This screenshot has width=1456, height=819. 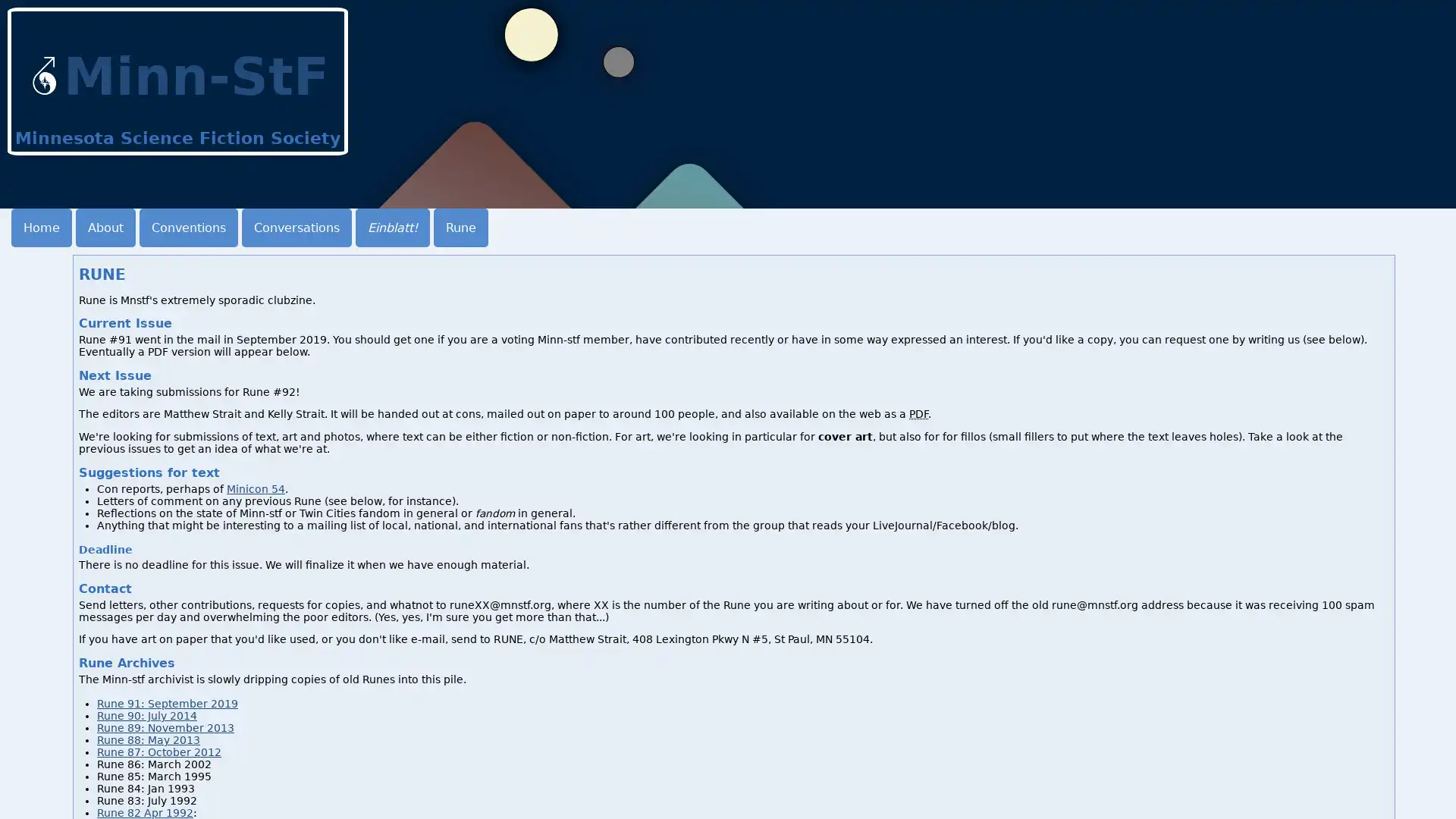 I want to click on Conventions, so click(x=188, y=227).